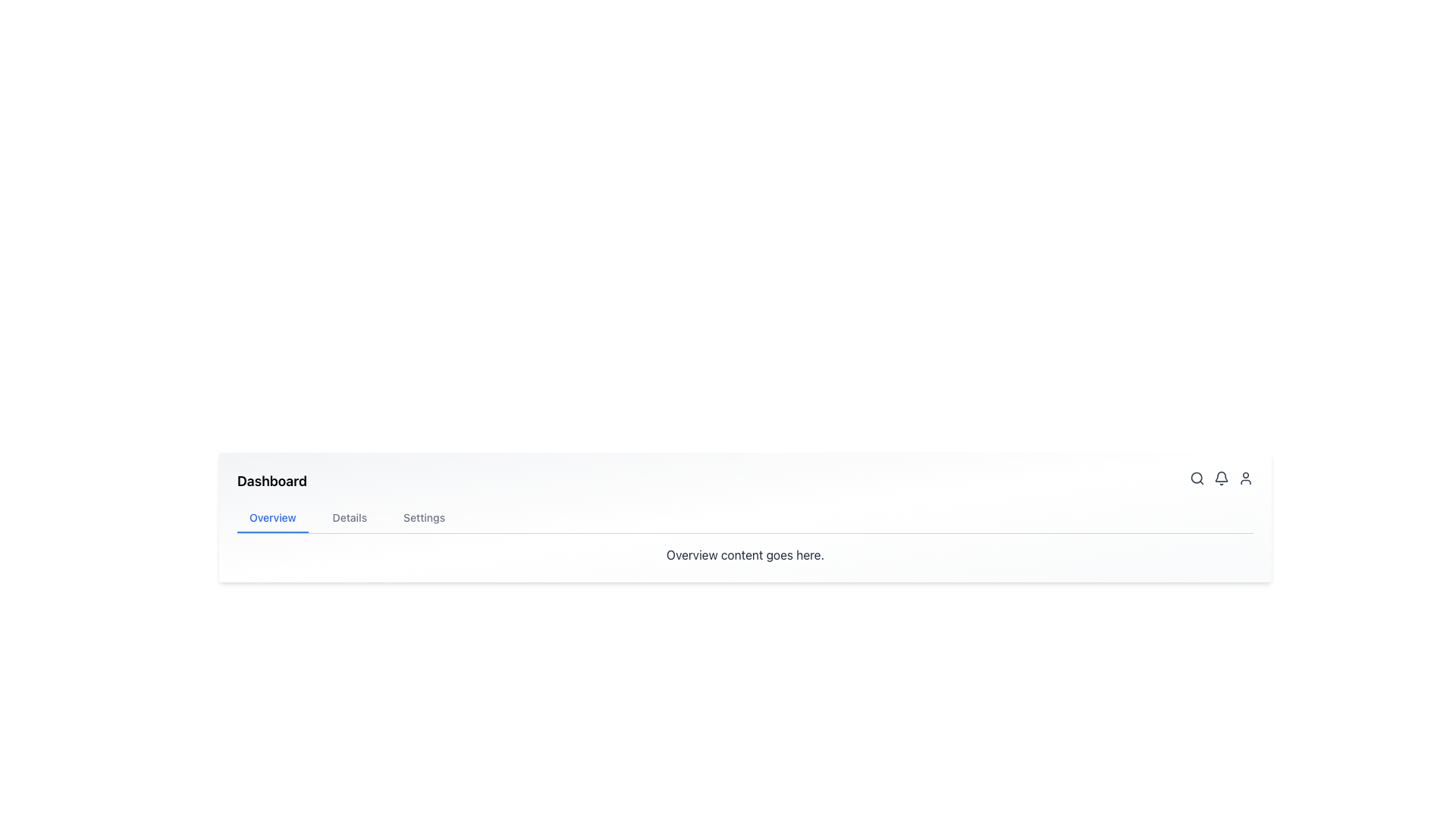 This screenshot has height=819, width=1456. Describe the element at coordinates (1222, 479) in the screenshot. I see `the notification bell icon located` at that location.